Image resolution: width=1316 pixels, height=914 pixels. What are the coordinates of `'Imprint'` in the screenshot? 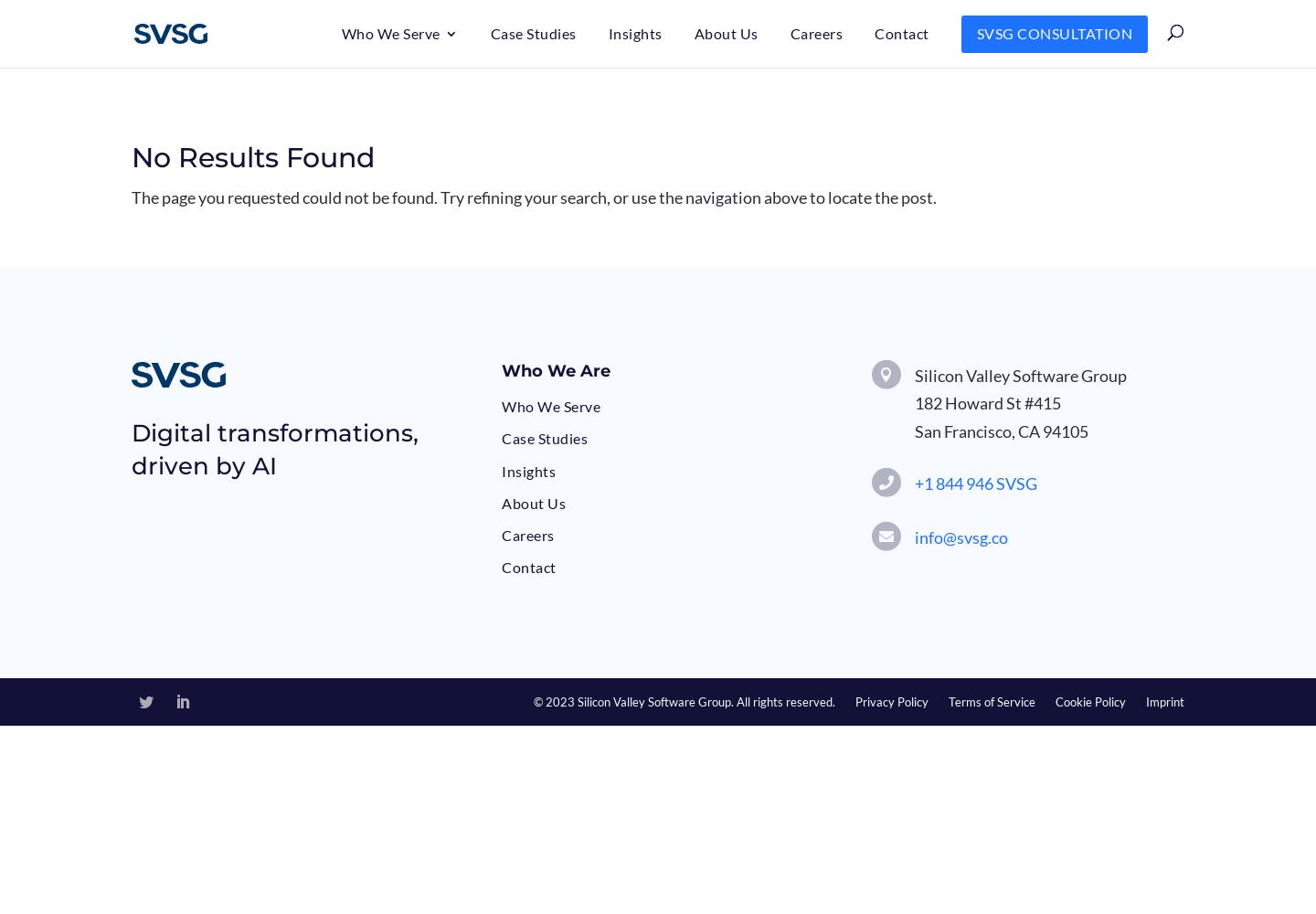 It's located at (1144, 702).